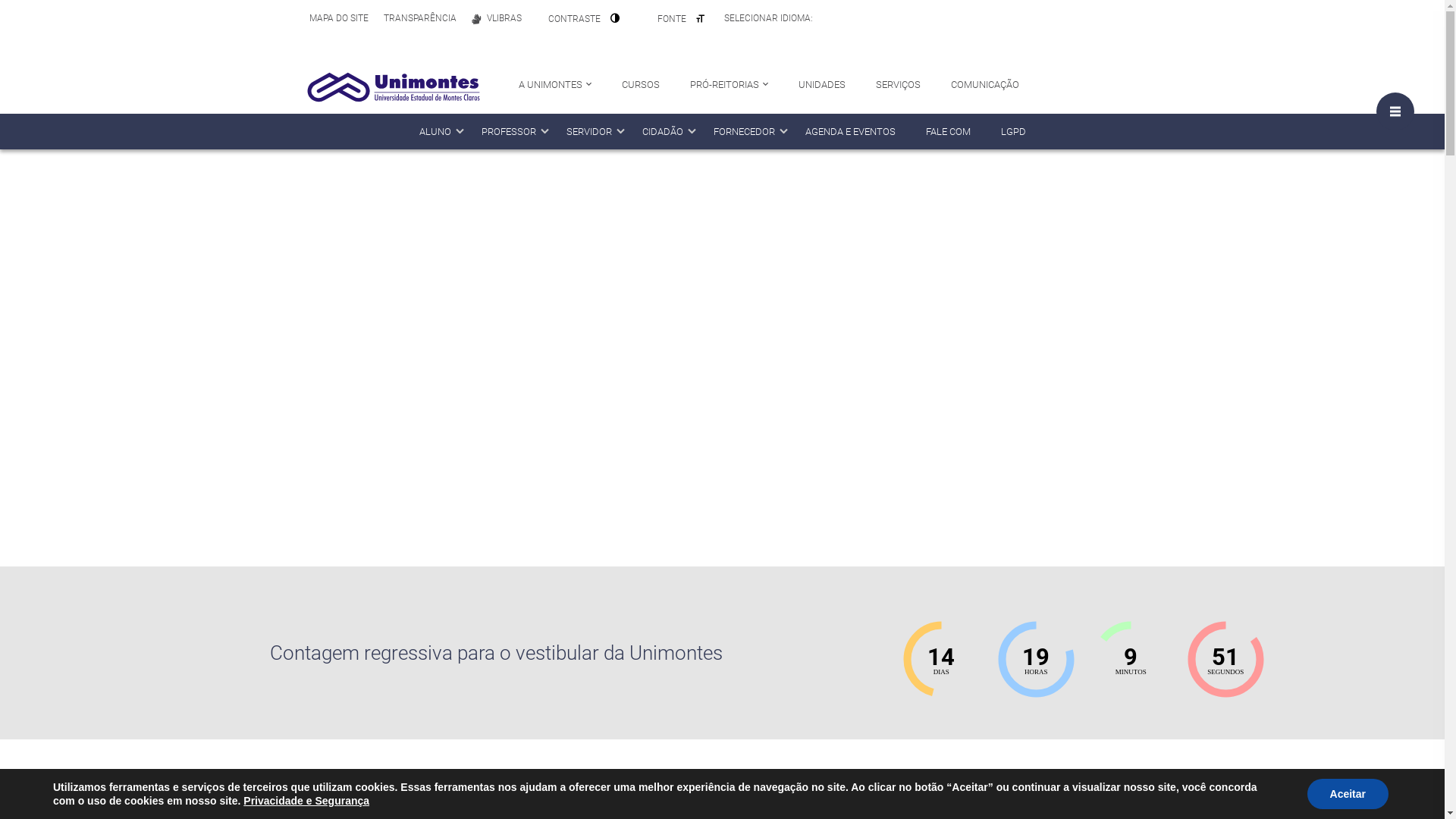  Describe the element at coordinates (549, 130) in the screenshot. I see `'SERVIDOR'` at that location.